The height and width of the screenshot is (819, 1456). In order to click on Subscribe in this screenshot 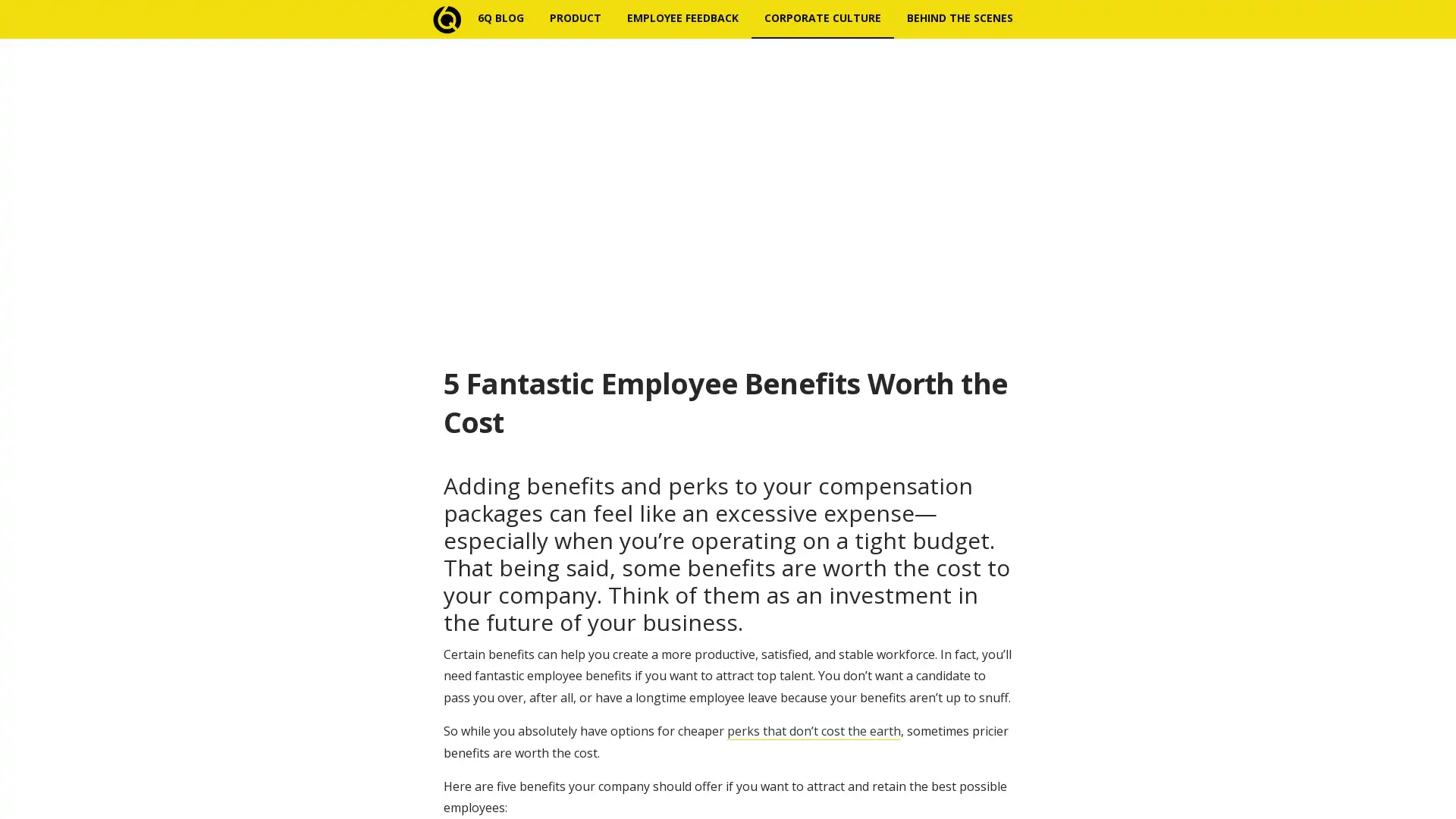, I will do `click(895, 797)`.